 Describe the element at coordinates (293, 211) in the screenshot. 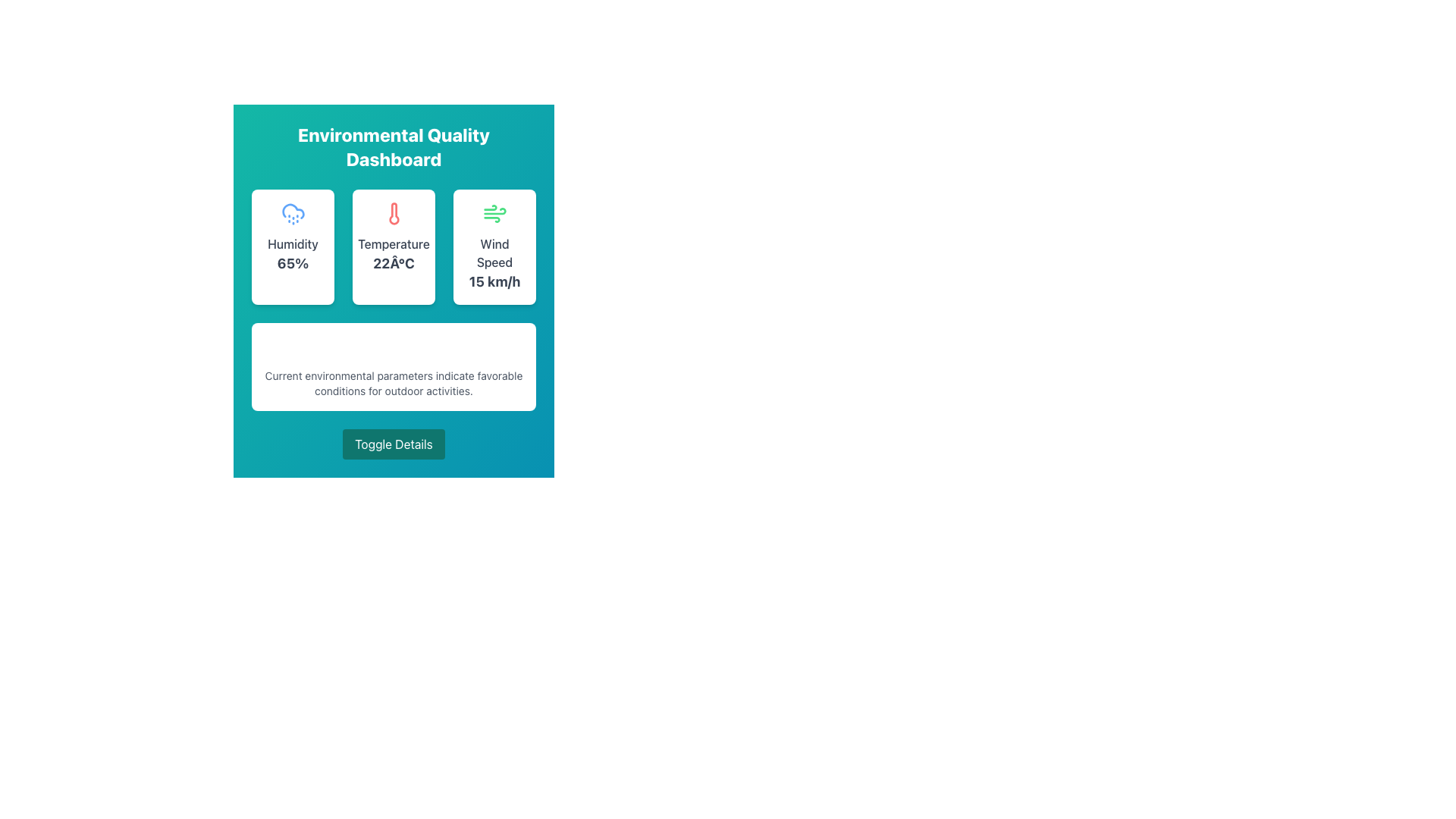

I see `the cloud-shaped icon with drizzle, styled in blue, located at the top-left corner of the 'Humidity 65%' dashboard card` at that location.